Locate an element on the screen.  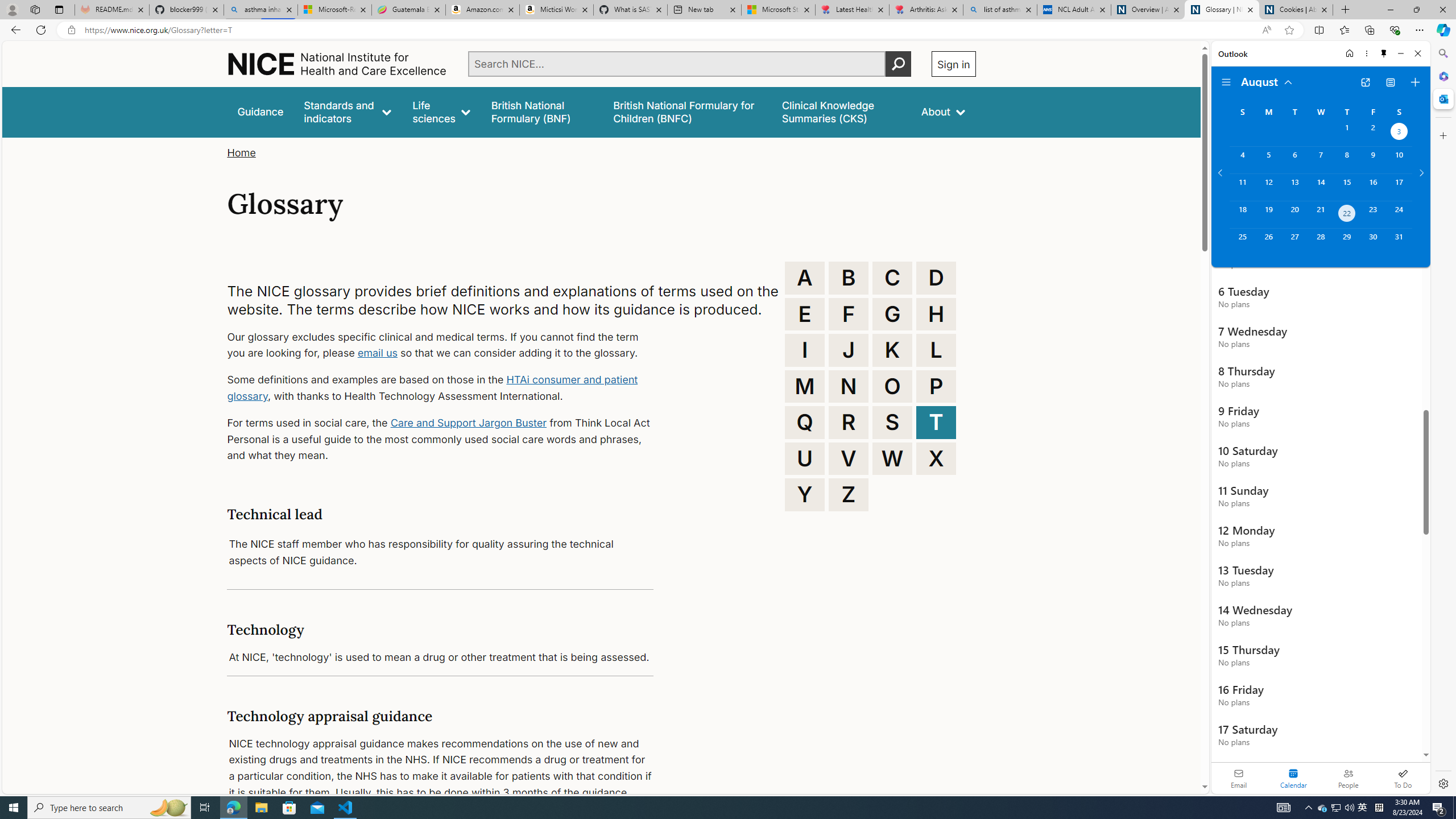
'Wednesday, August 7, 2024. ' is located at coordinates (1319, 159).